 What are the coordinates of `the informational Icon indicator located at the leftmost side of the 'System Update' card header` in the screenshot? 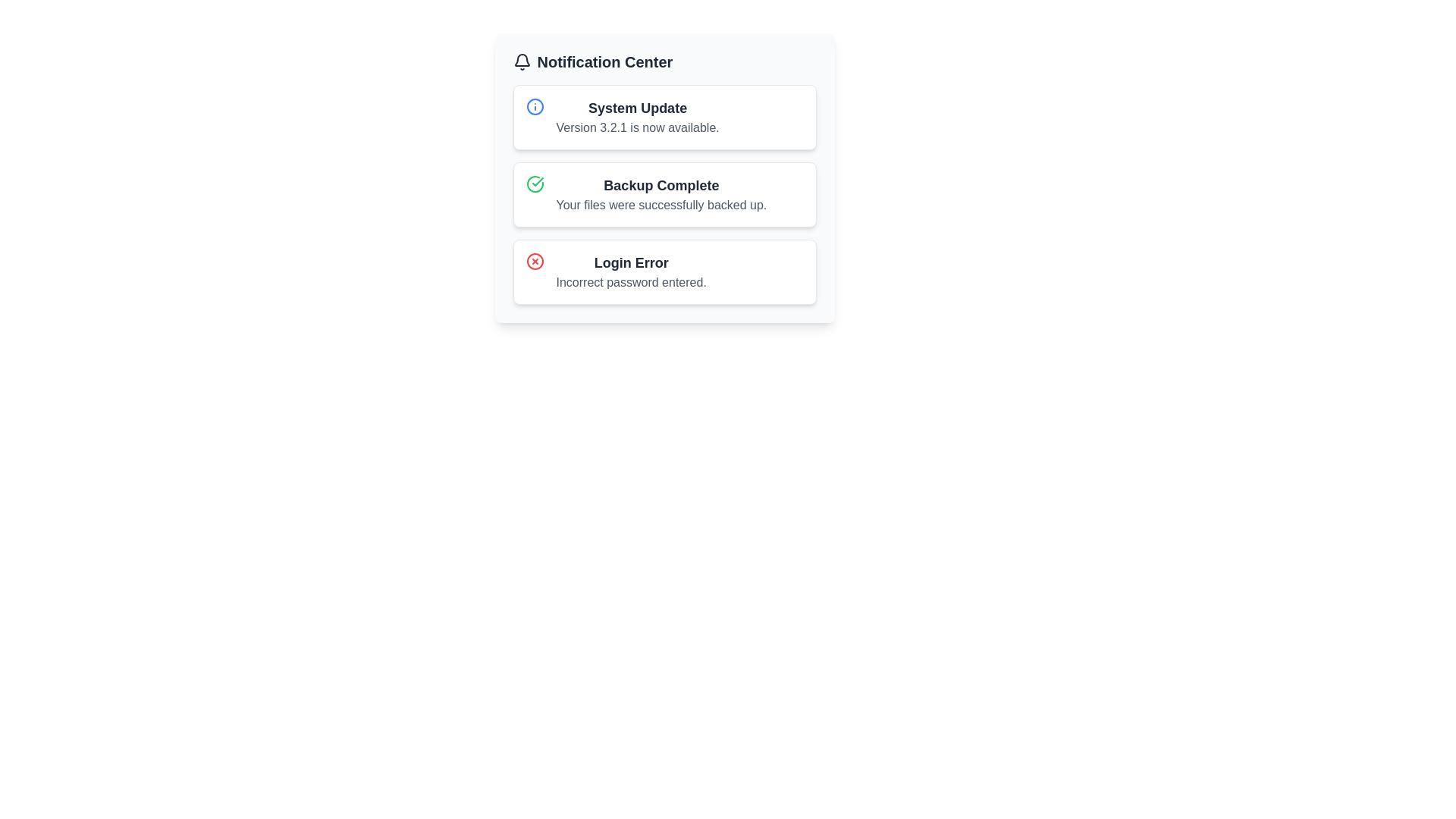 It's located at (535, 116).